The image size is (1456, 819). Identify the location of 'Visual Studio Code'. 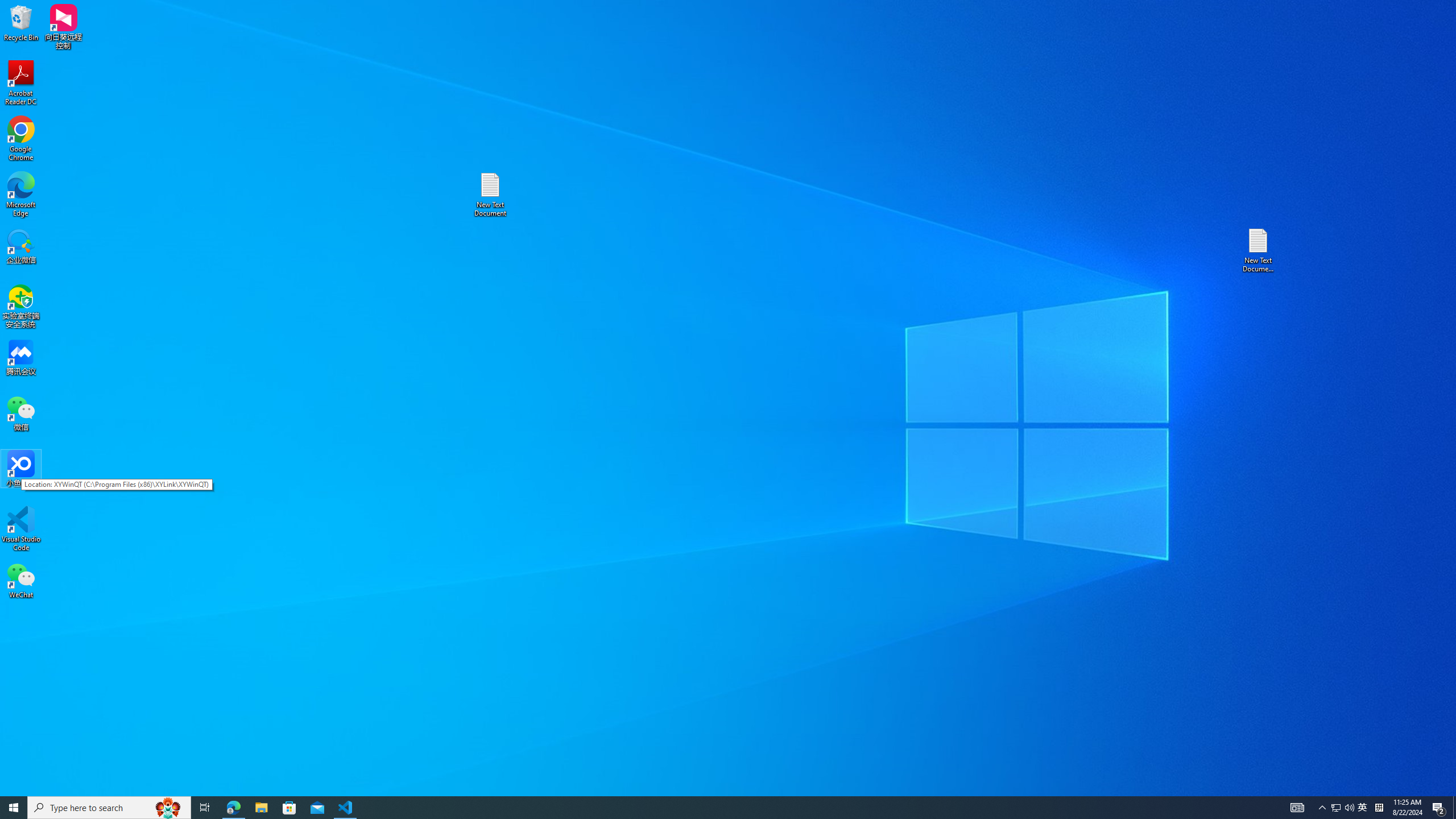
(20, 528).